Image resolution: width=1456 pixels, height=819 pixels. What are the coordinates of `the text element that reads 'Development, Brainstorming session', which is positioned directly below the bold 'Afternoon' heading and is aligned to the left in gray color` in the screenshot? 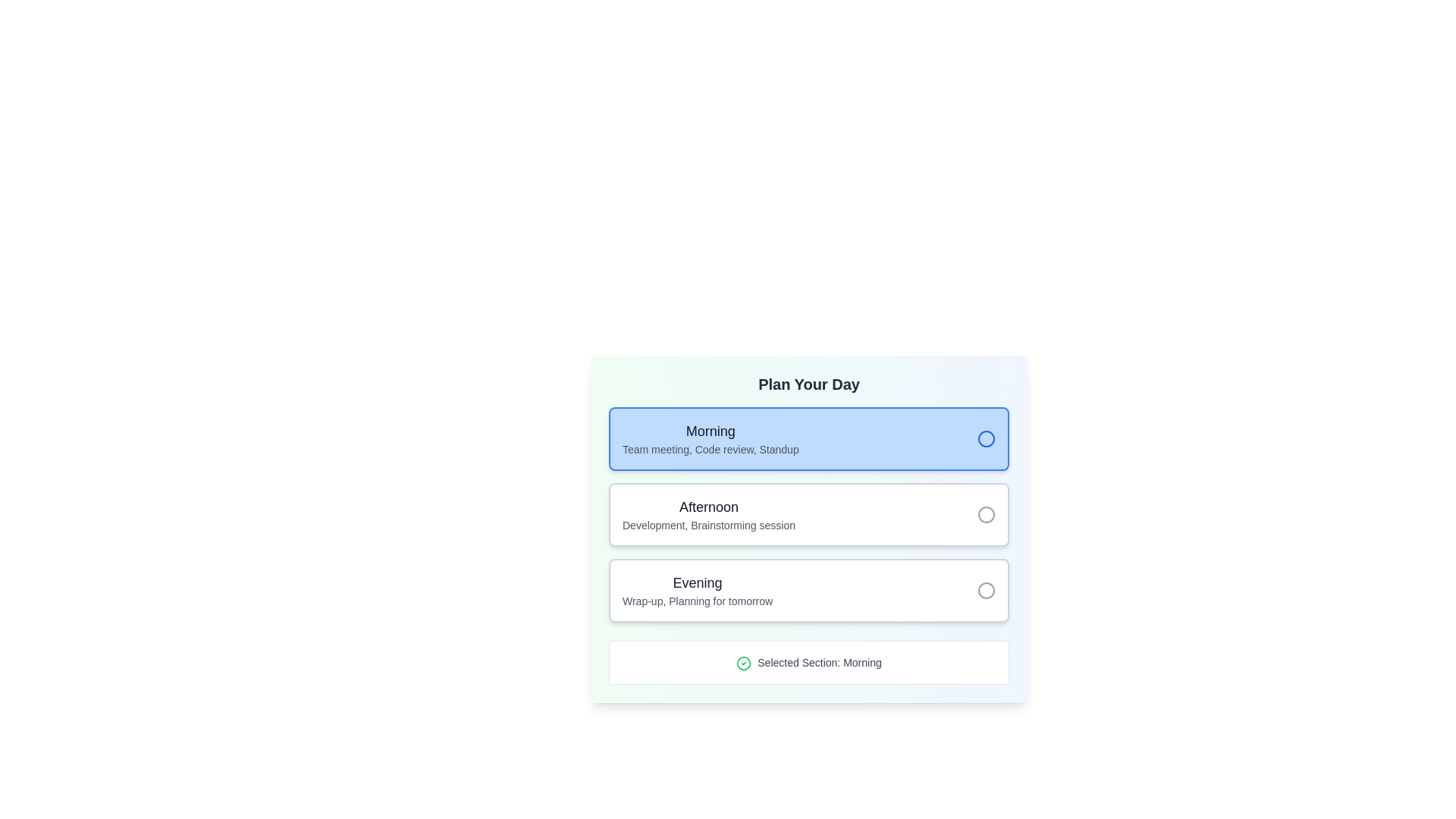 It's located at (708, 525).